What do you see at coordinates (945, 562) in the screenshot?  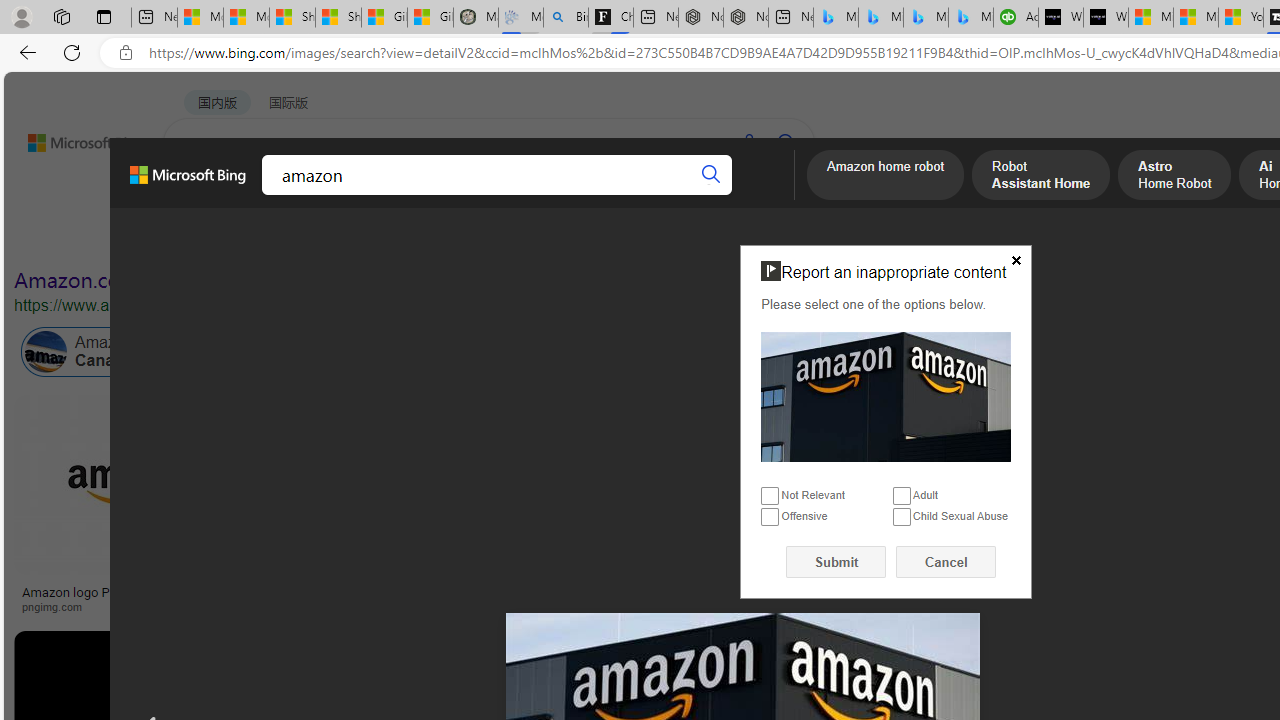 I see `'Cancel'` at bounding box center [945, 562].